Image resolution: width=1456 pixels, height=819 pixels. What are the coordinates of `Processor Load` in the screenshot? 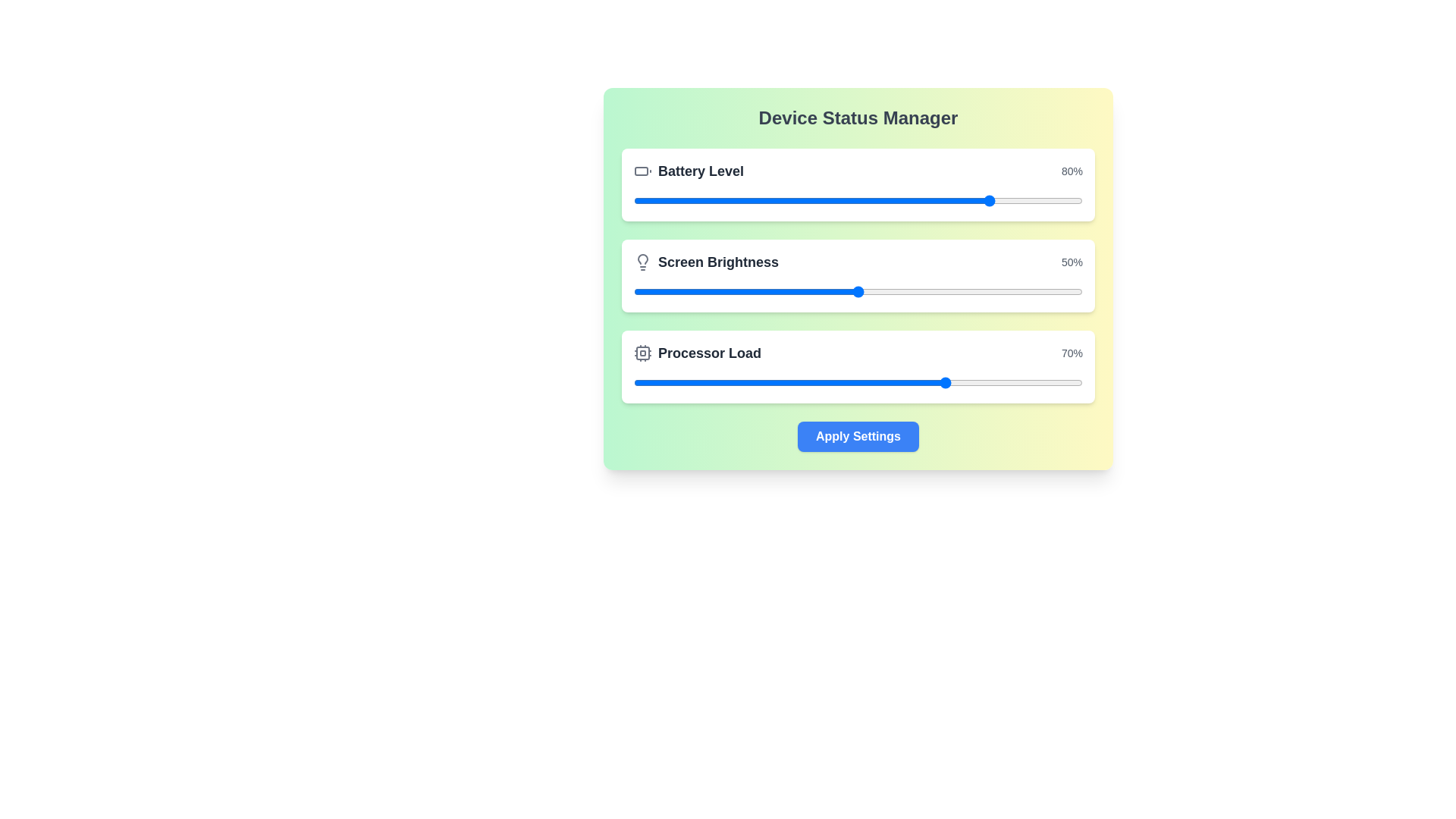 It's located at (682, 382).